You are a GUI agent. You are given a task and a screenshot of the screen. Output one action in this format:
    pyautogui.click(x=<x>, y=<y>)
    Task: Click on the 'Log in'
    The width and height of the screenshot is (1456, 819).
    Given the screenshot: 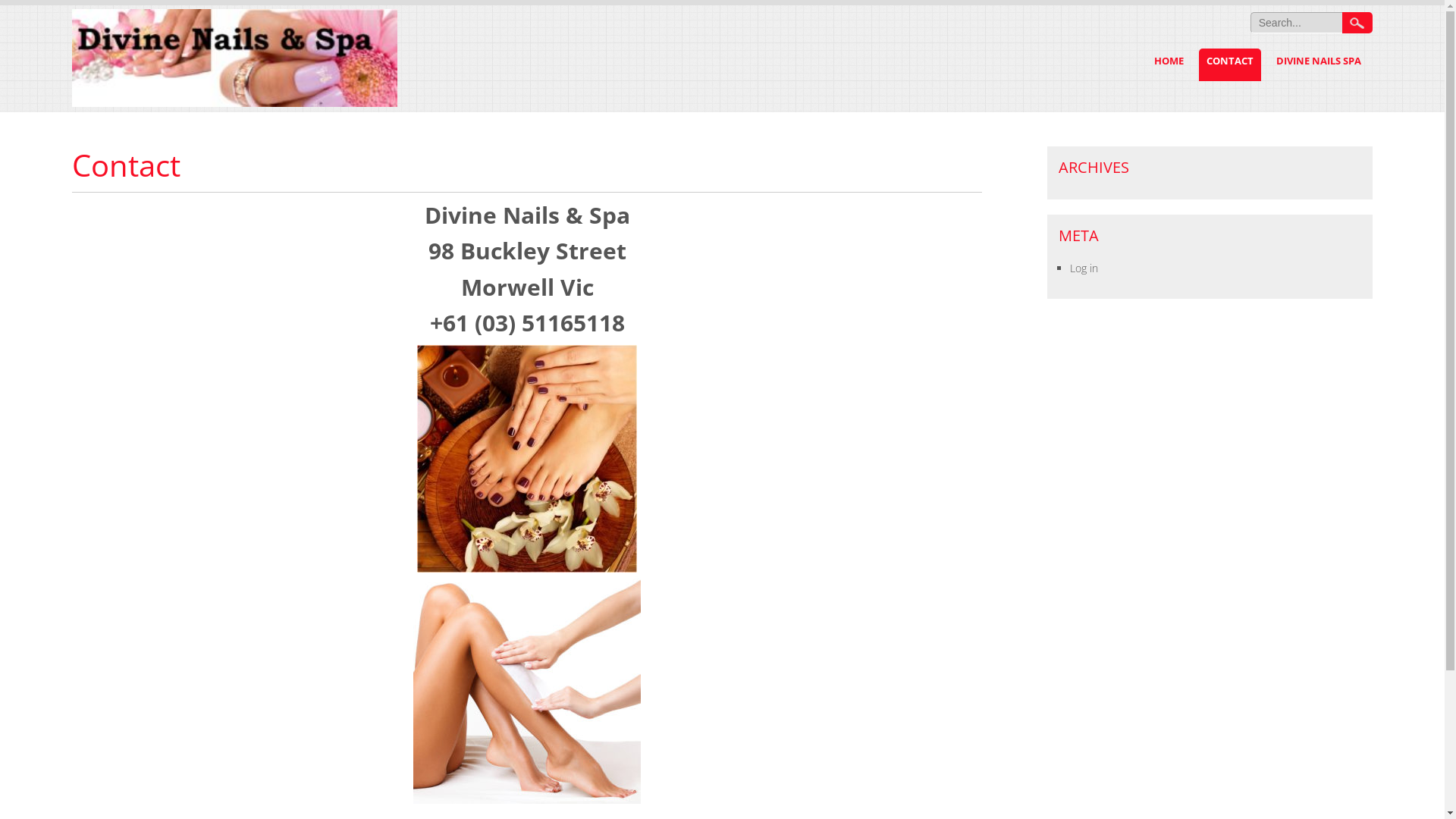 What is the action you would take?
    pyautogui.click(x=1083, y=267)
    